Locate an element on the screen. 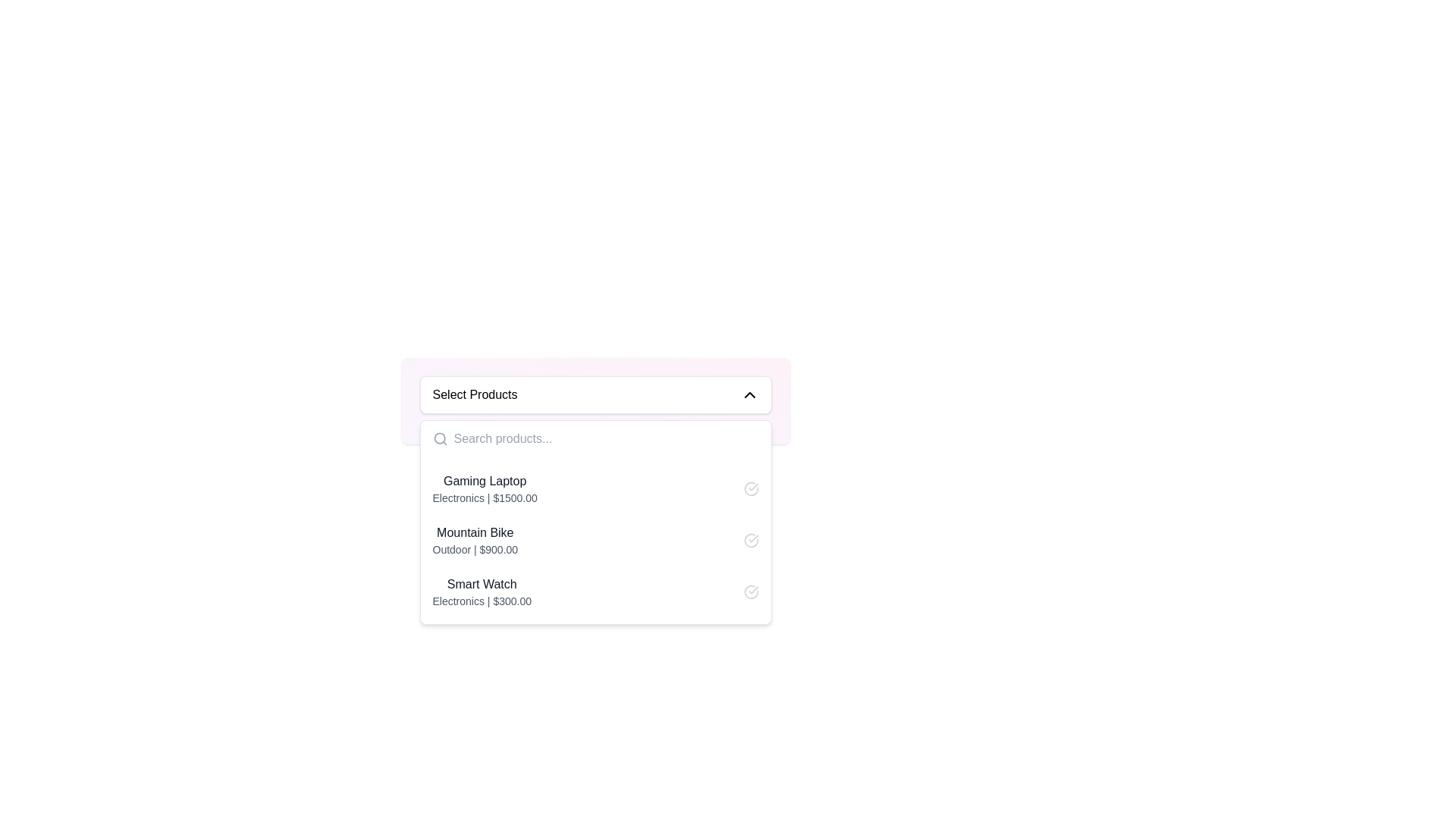 The width and height of the screenshot is (1456, 819). the chevron icon used for toggling the dropdown menu, located at the top-right corner of the 'Select Products' component, to observe possible visual feedback is located at coordinates (749, 394).